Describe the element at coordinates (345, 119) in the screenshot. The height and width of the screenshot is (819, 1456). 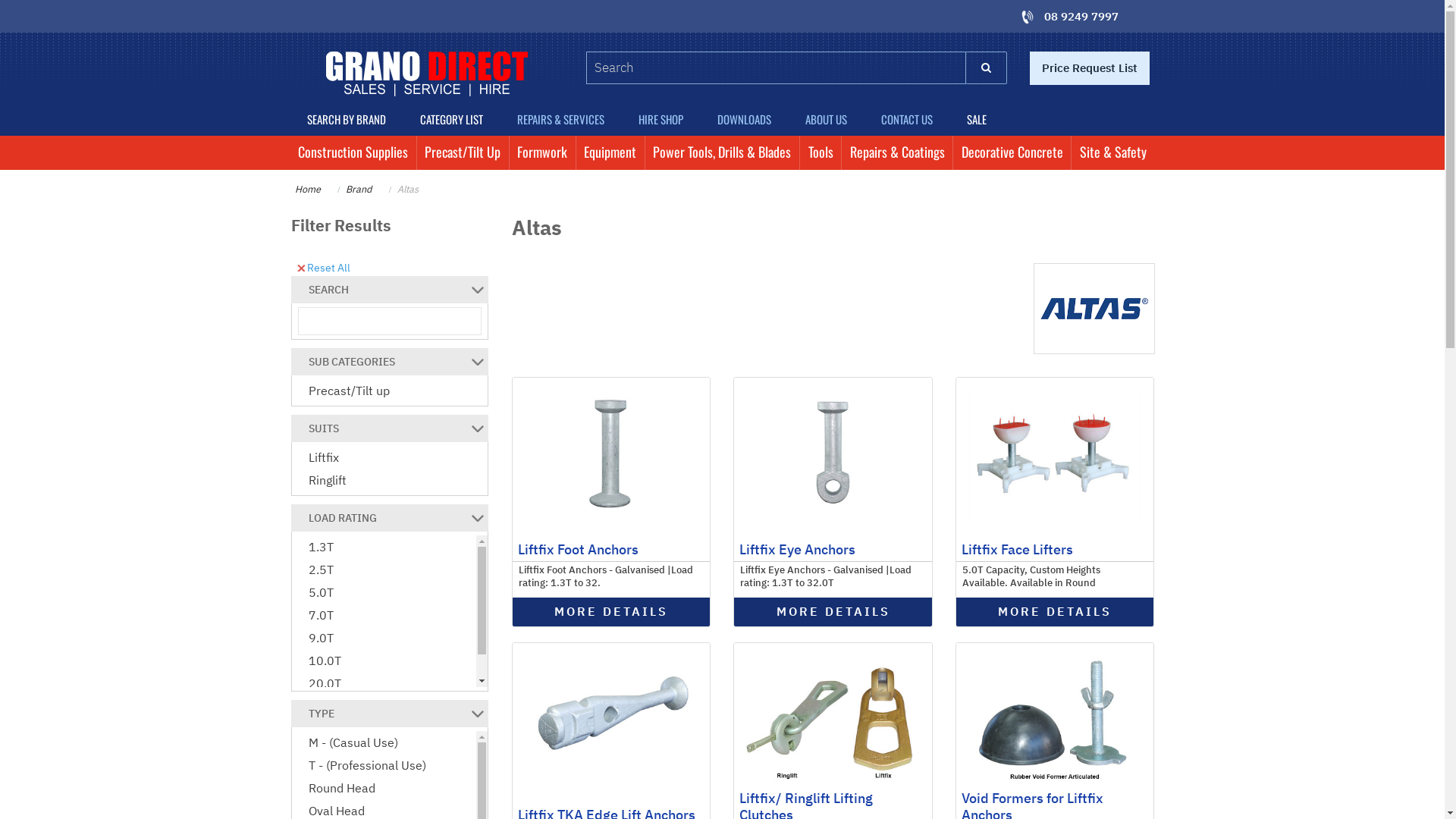
I see `'SEARCH BY BRAND'` at that location.